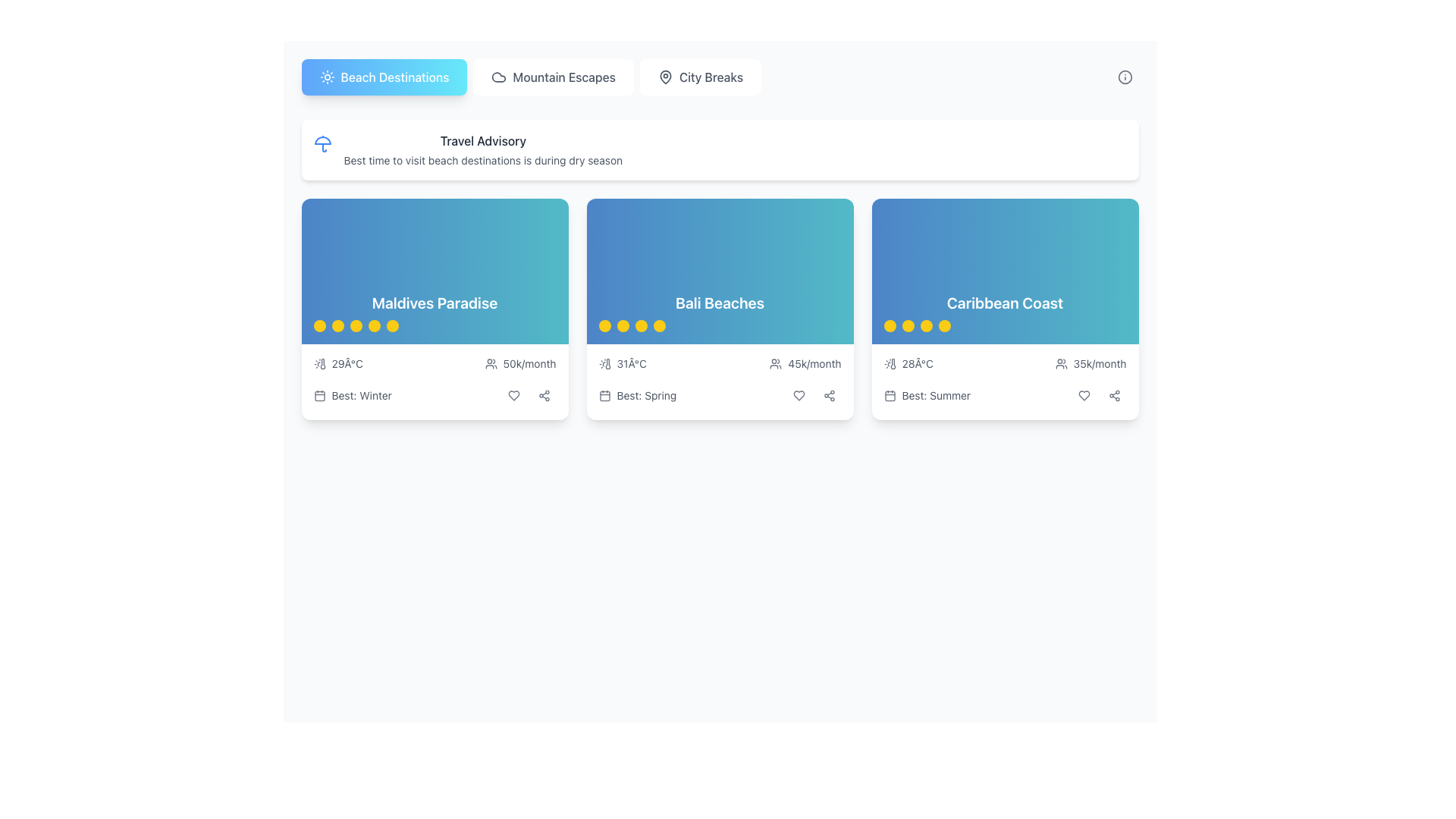  Describe the element at coordinates (355, 325) in the screenshot. I see `the third yellow circular rating indicator dot located beneath the title text "Maldives Paradise"` at that location.